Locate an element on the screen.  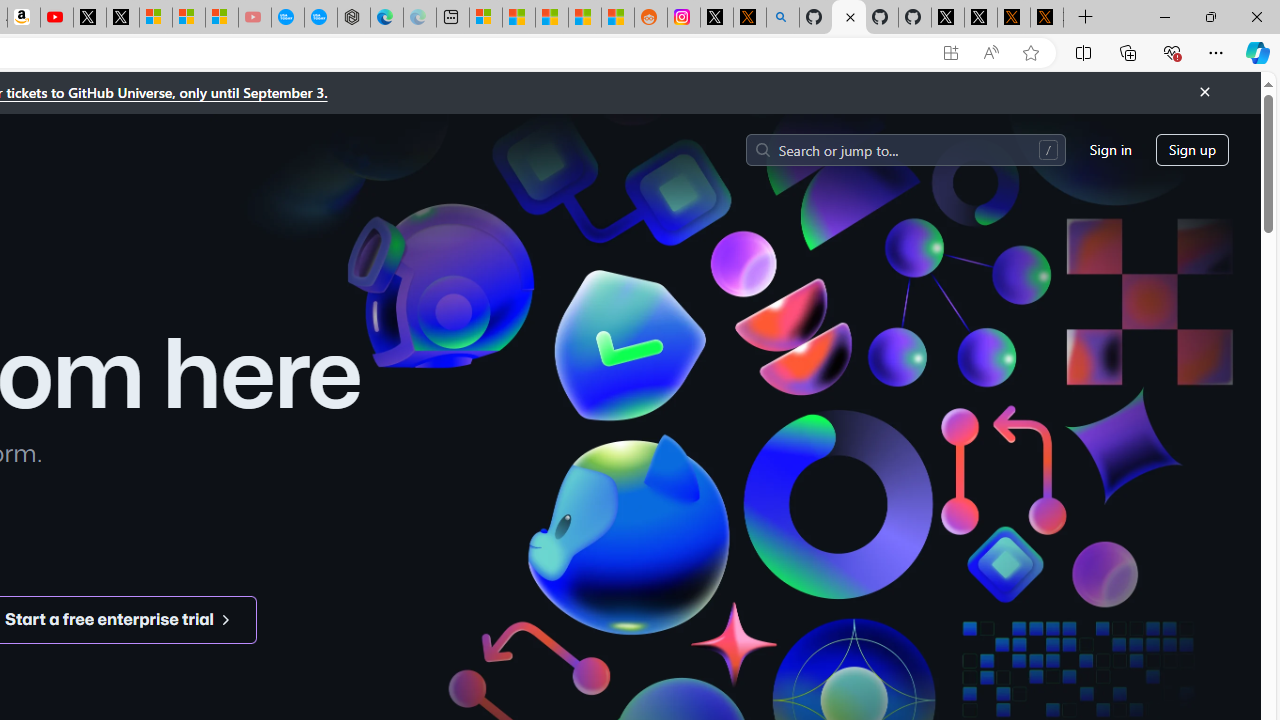
'Class: octicon arrow-symbol-mktg' is located at coordinates (225, 618).